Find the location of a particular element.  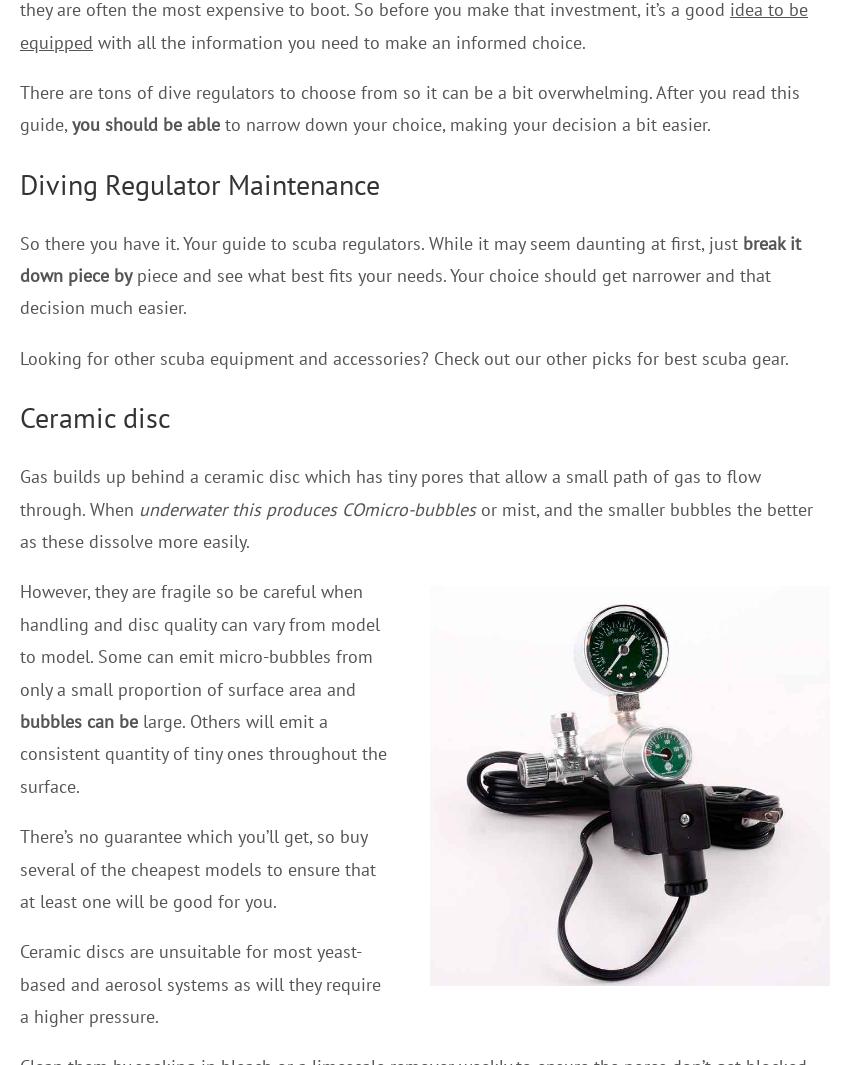

'Gas builds up behind a ceramic disc which has tiny pores that allow a small path of gas to flow through. When' is located at coordinates (390, 491).